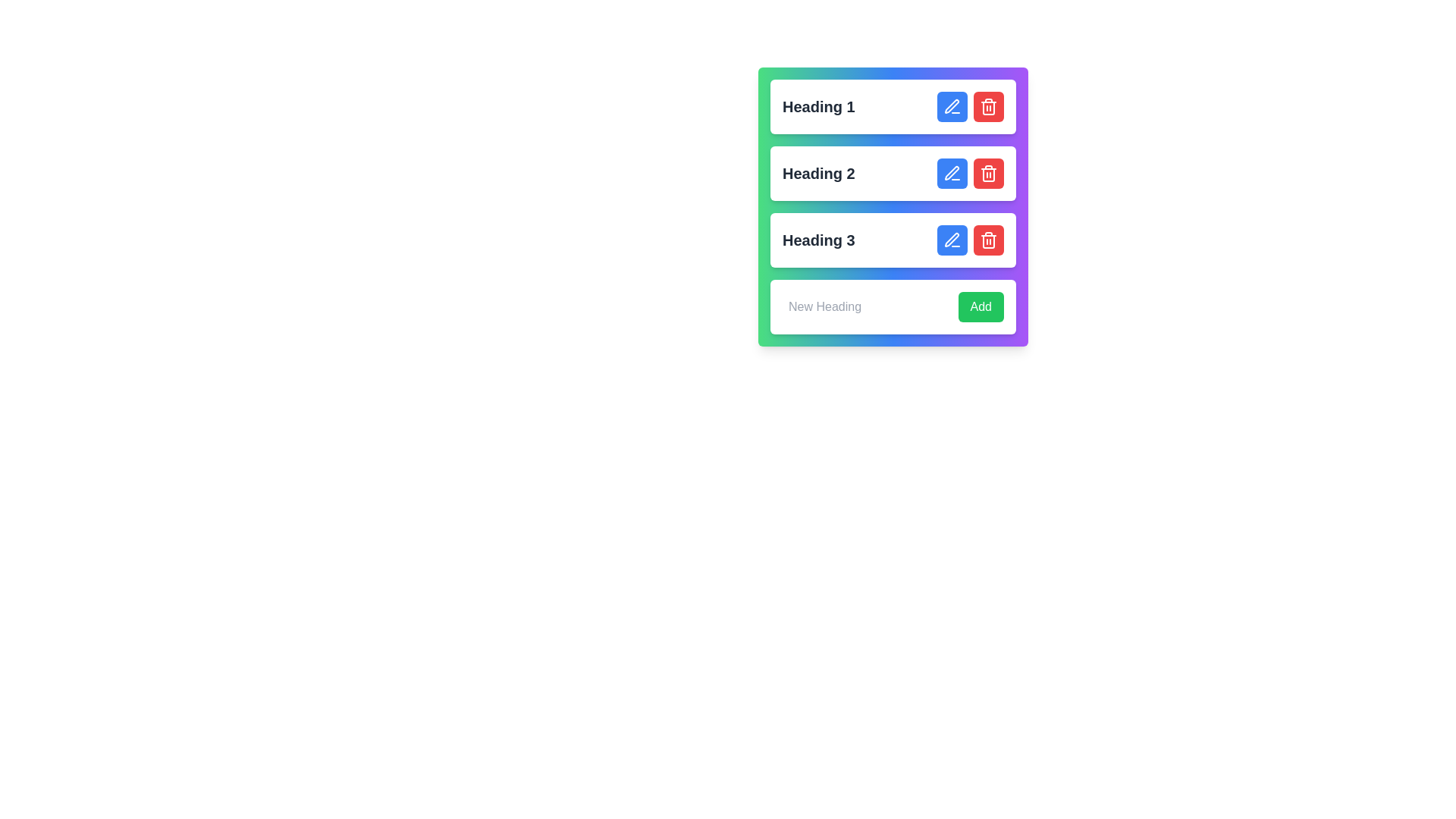  I want to click on the red button with a white trash can icon located on the far right side of the controls associated with 'Heading 3', so click(989, 239).